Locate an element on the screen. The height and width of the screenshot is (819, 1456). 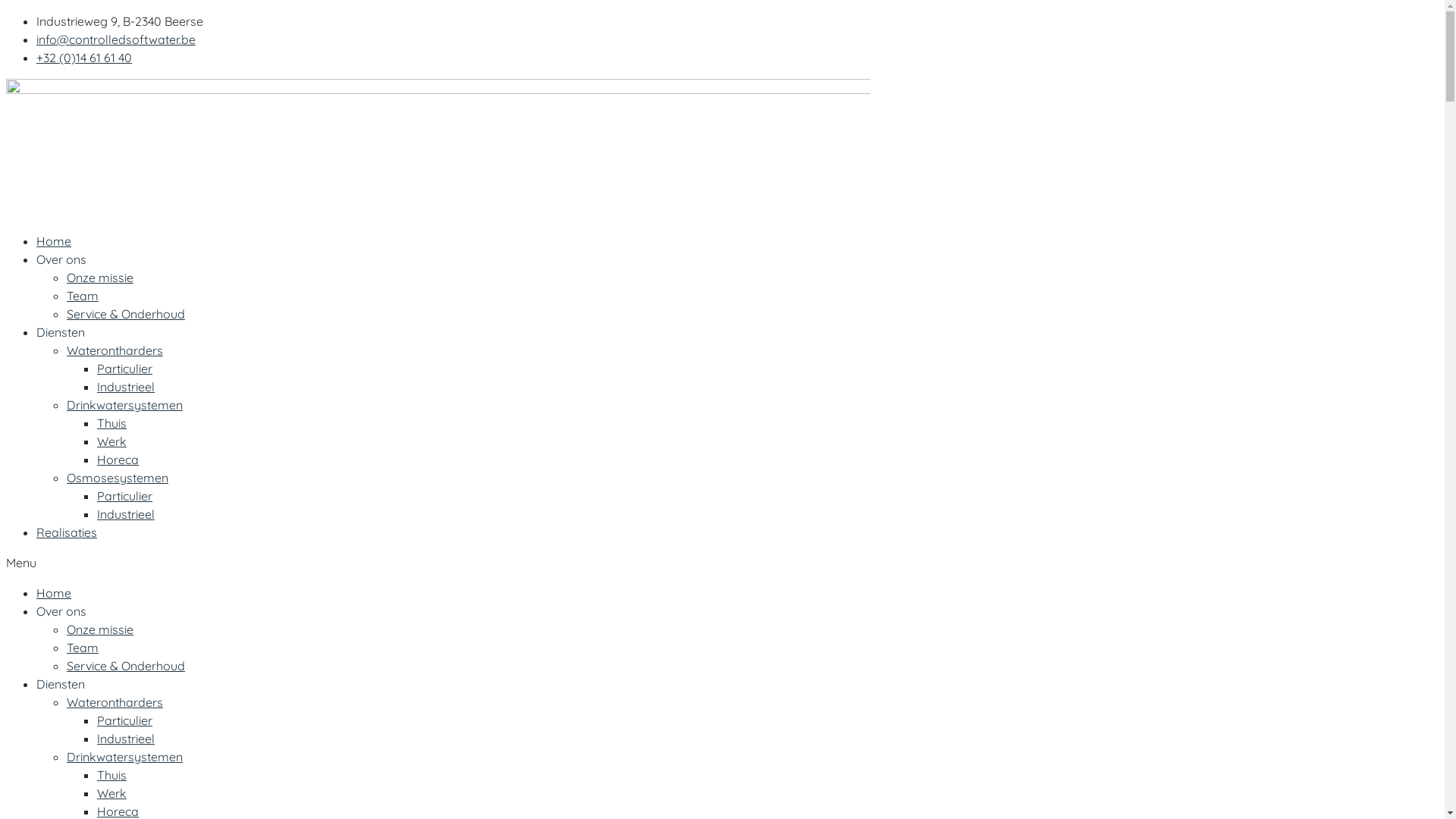
'Team' is located at coordinates (65, 647).